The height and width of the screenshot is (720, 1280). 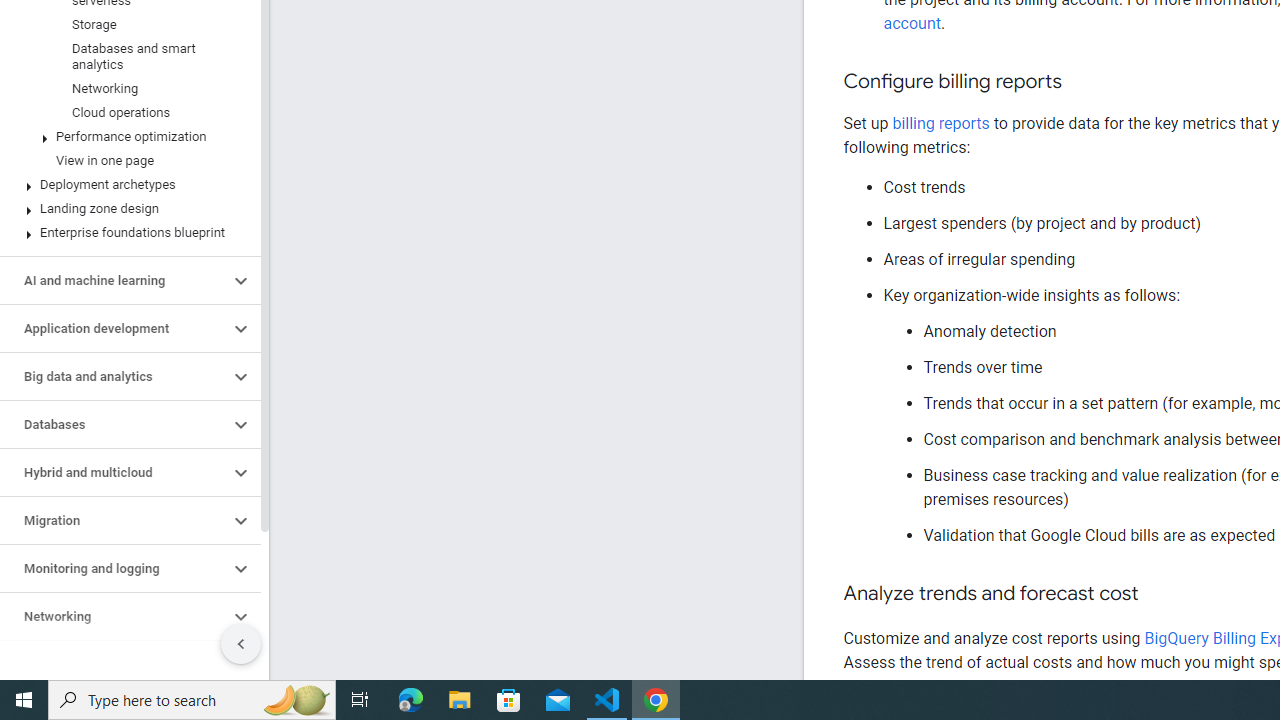 What do you see at coordinates (113, 376) in the screenshot?
I see `'Big data and analytics'` at bounding box center [113, 376].